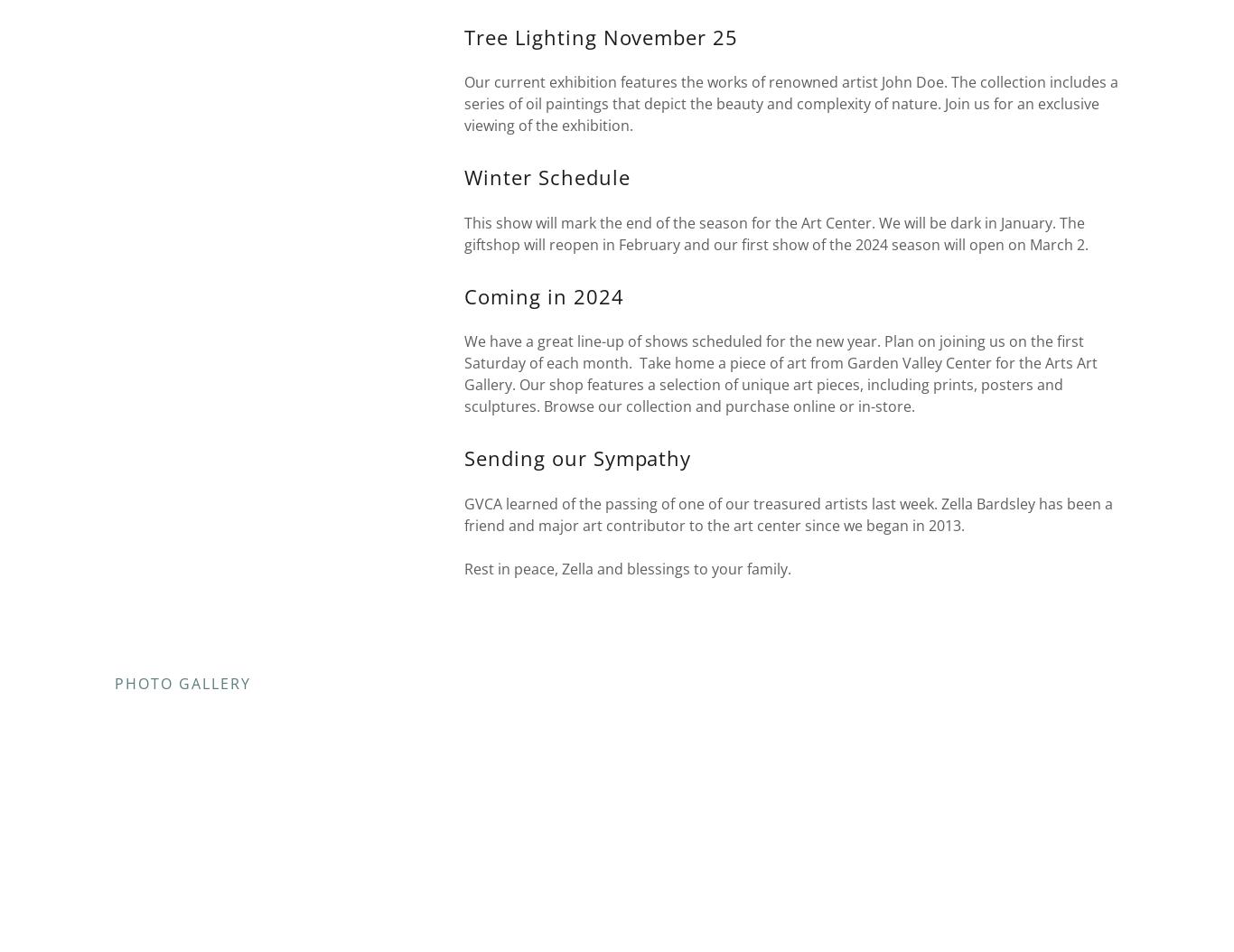  Describe the element at coordinates (546, 176) in the screenshot. I see `'Winter Schedule'` at that location.